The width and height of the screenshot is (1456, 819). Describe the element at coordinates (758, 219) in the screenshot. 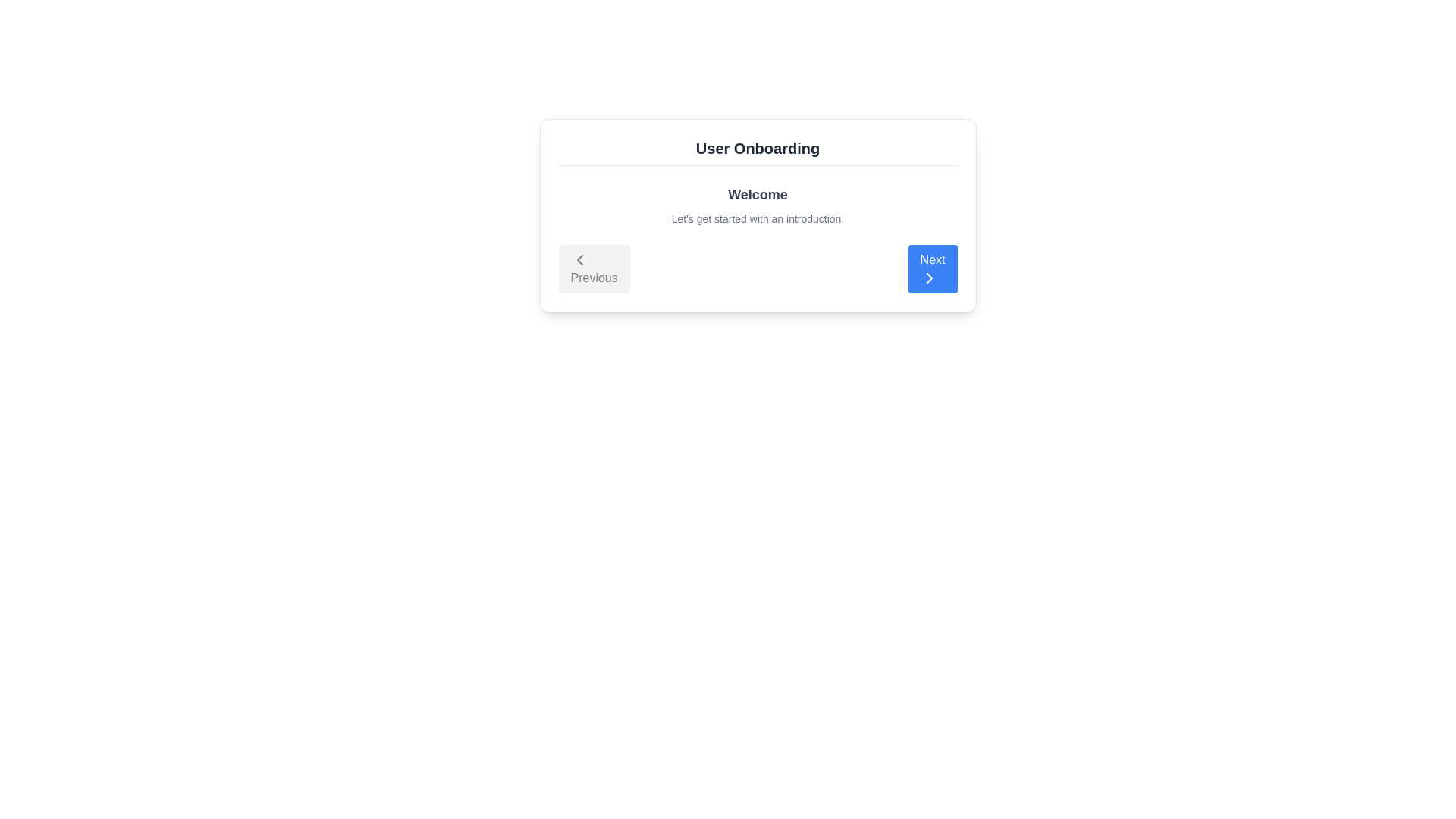

I see `the Text Display element located directly below the heading 'Welcome' in the central content panel of the onboarding page` at that location.